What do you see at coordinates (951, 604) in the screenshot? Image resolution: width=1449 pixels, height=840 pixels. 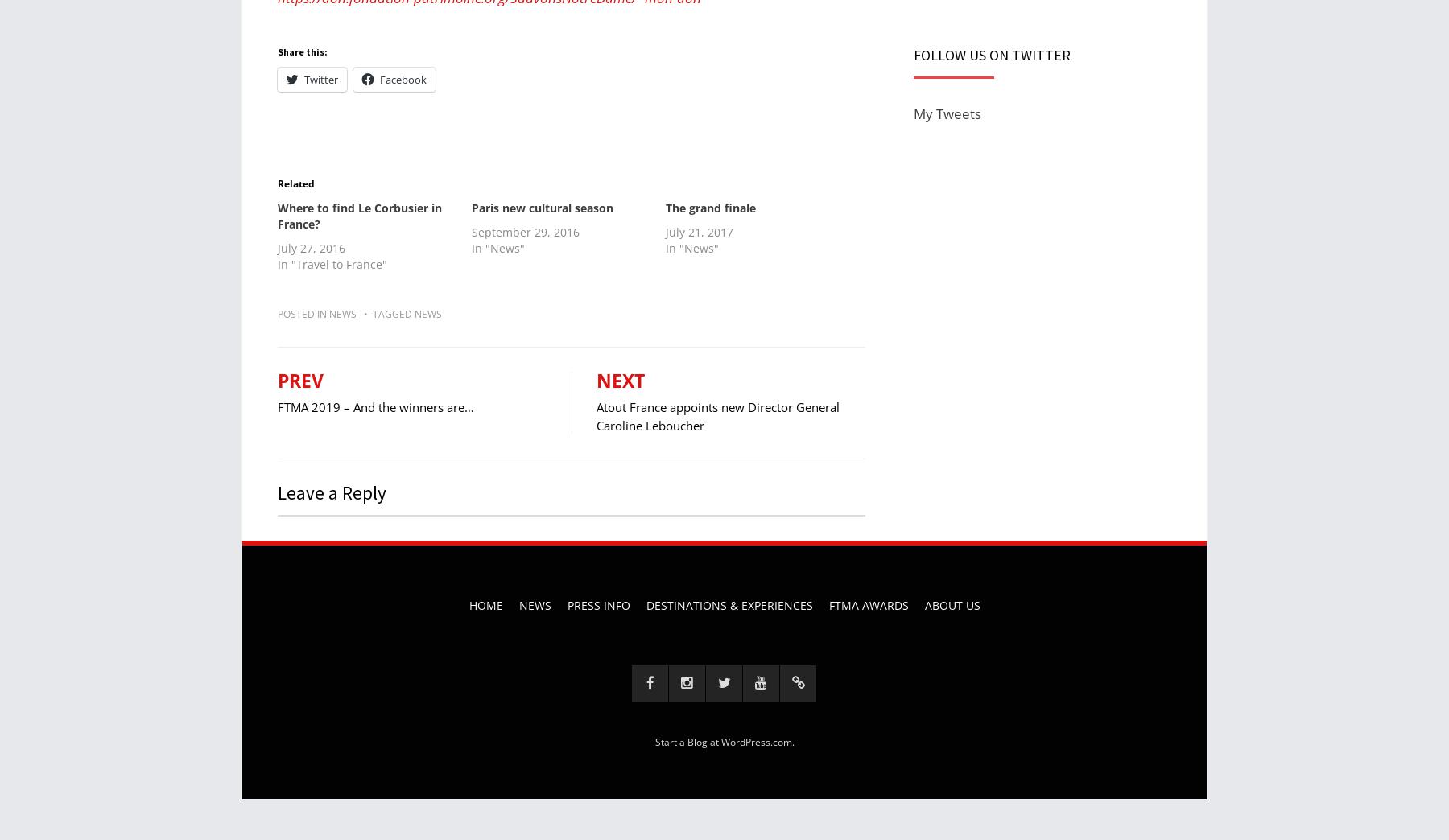 I see `'About us'` at bounding box center [951, 604].